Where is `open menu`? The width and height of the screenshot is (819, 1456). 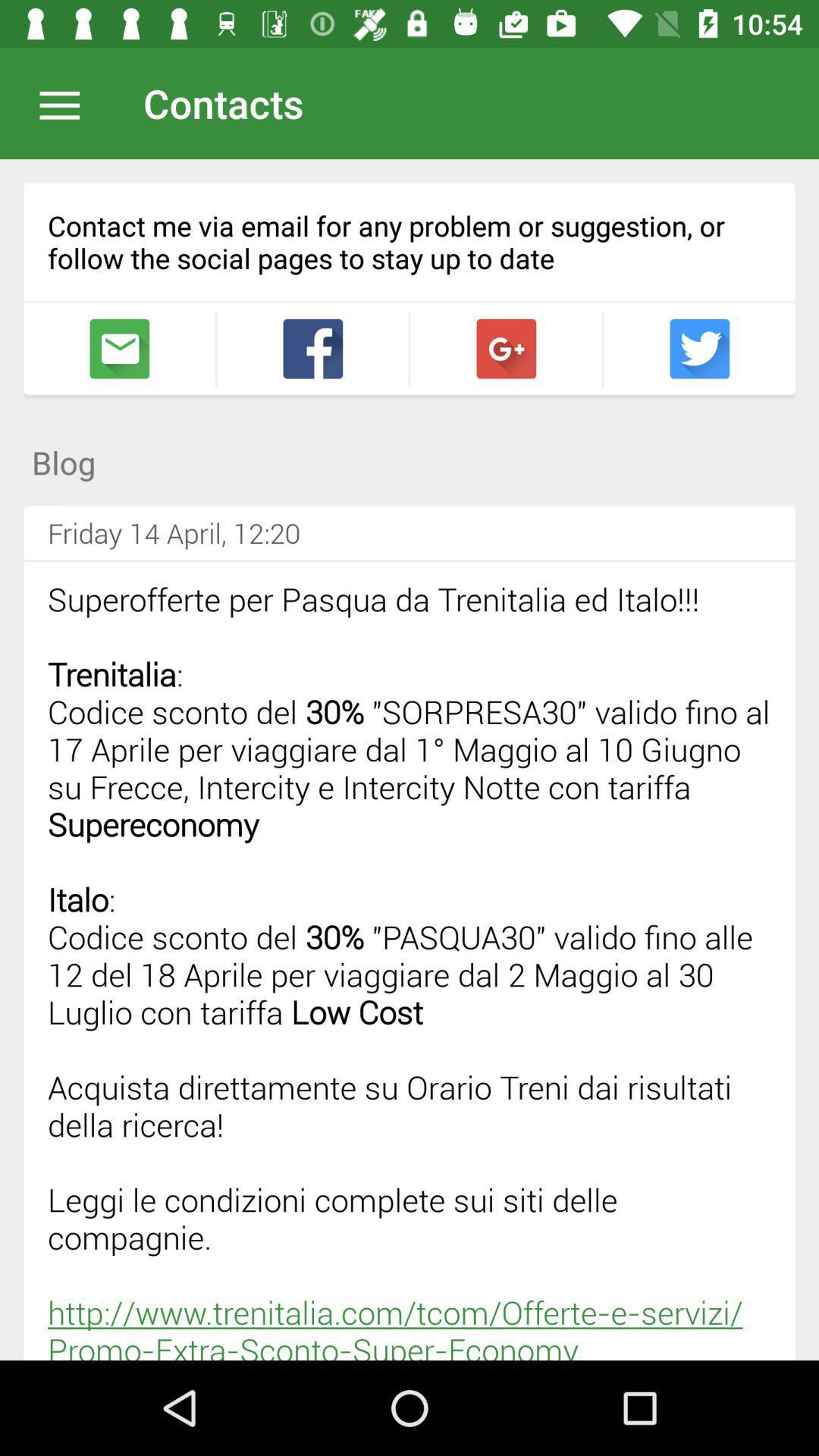 open menu is located at coordinates (67, 102).